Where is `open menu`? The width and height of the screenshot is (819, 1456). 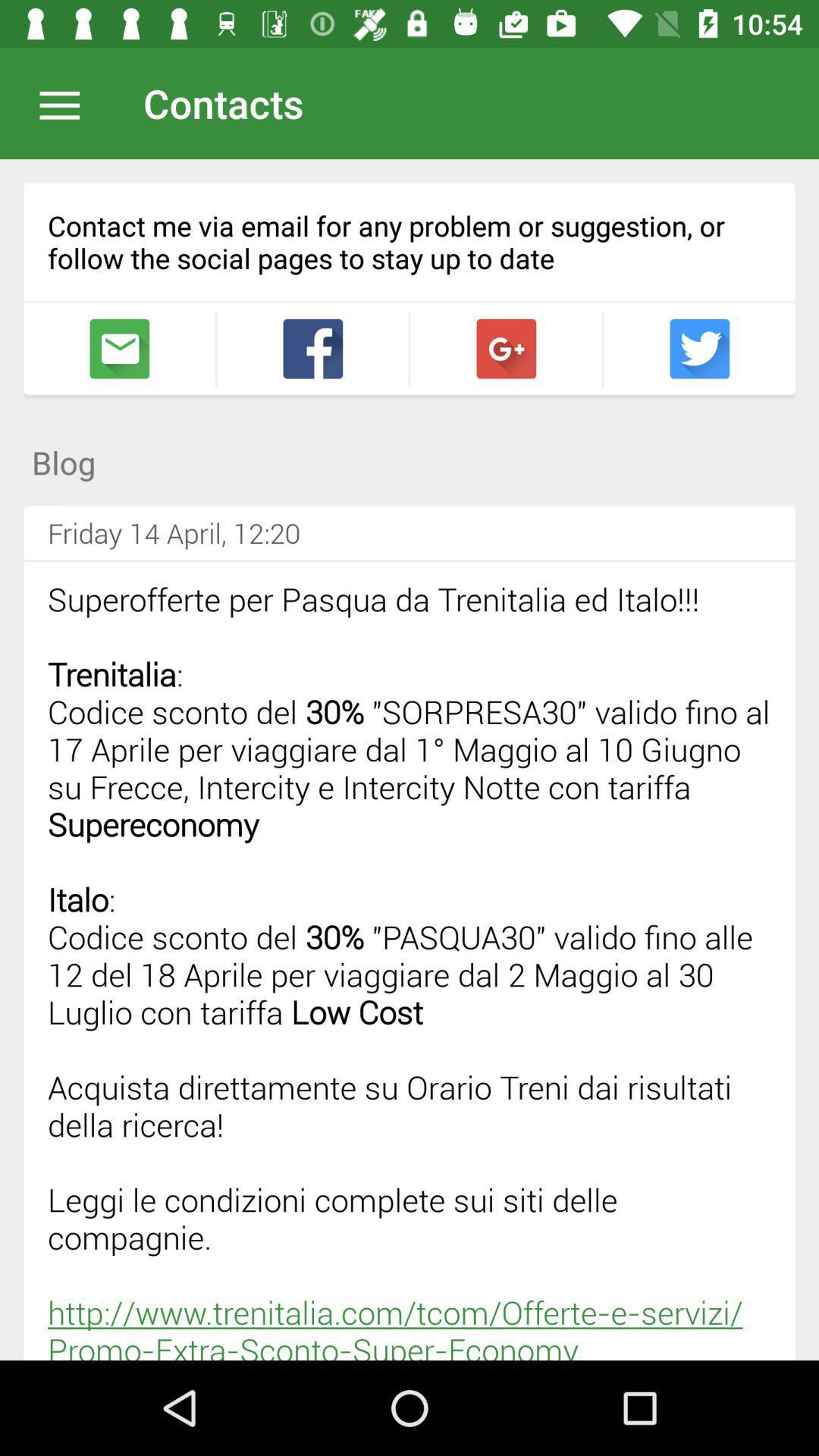 open menu is located at coordinates (67, 102).